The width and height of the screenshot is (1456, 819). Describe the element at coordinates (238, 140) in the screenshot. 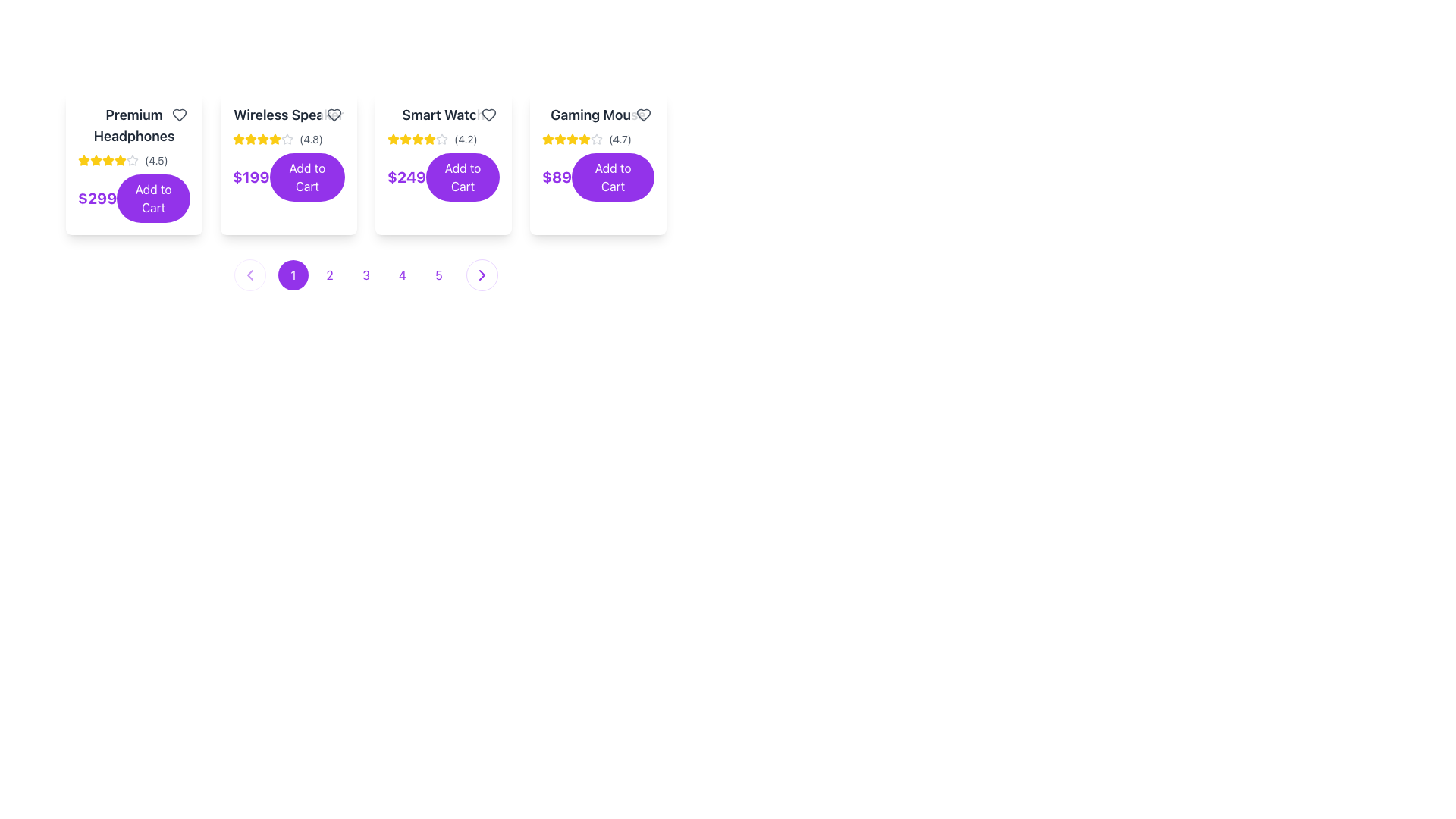

I see `the leftmost star icon in the rating group of the 'Wireless Speaker' product card, which is visually represented by a yellow filled star and is located just below the product title and above the price and 'Add to Cart' button` at that location.